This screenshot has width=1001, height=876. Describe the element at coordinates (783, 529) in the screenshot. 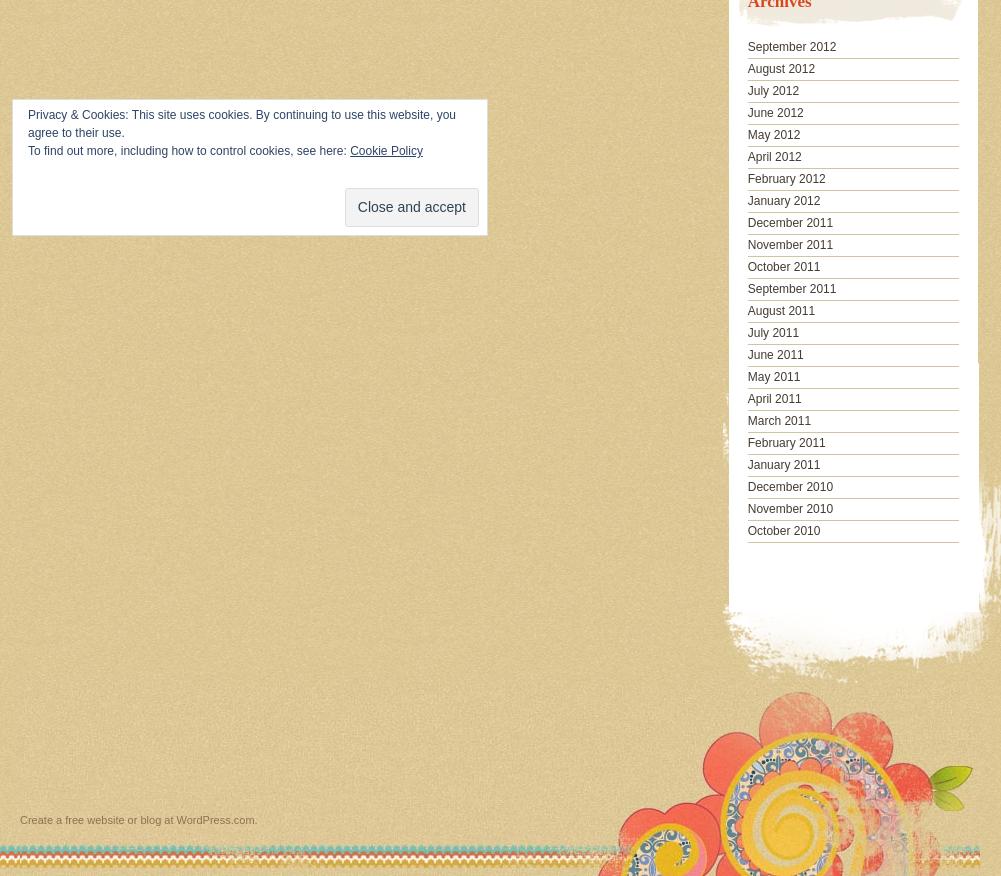

I see `'October 2010'` at that location.